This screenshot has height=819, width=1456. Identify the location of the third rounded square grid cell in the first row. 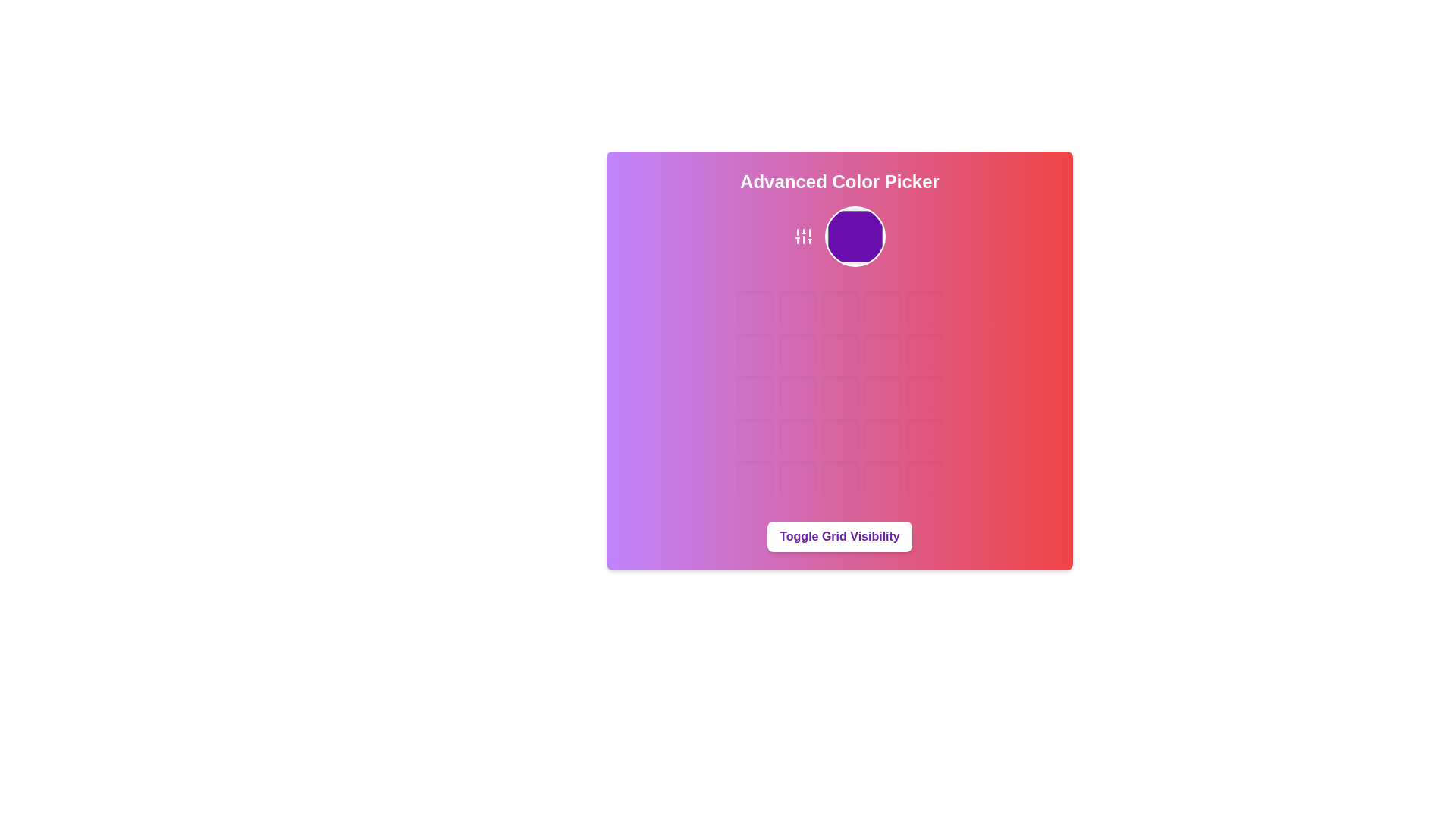
(839, 309).